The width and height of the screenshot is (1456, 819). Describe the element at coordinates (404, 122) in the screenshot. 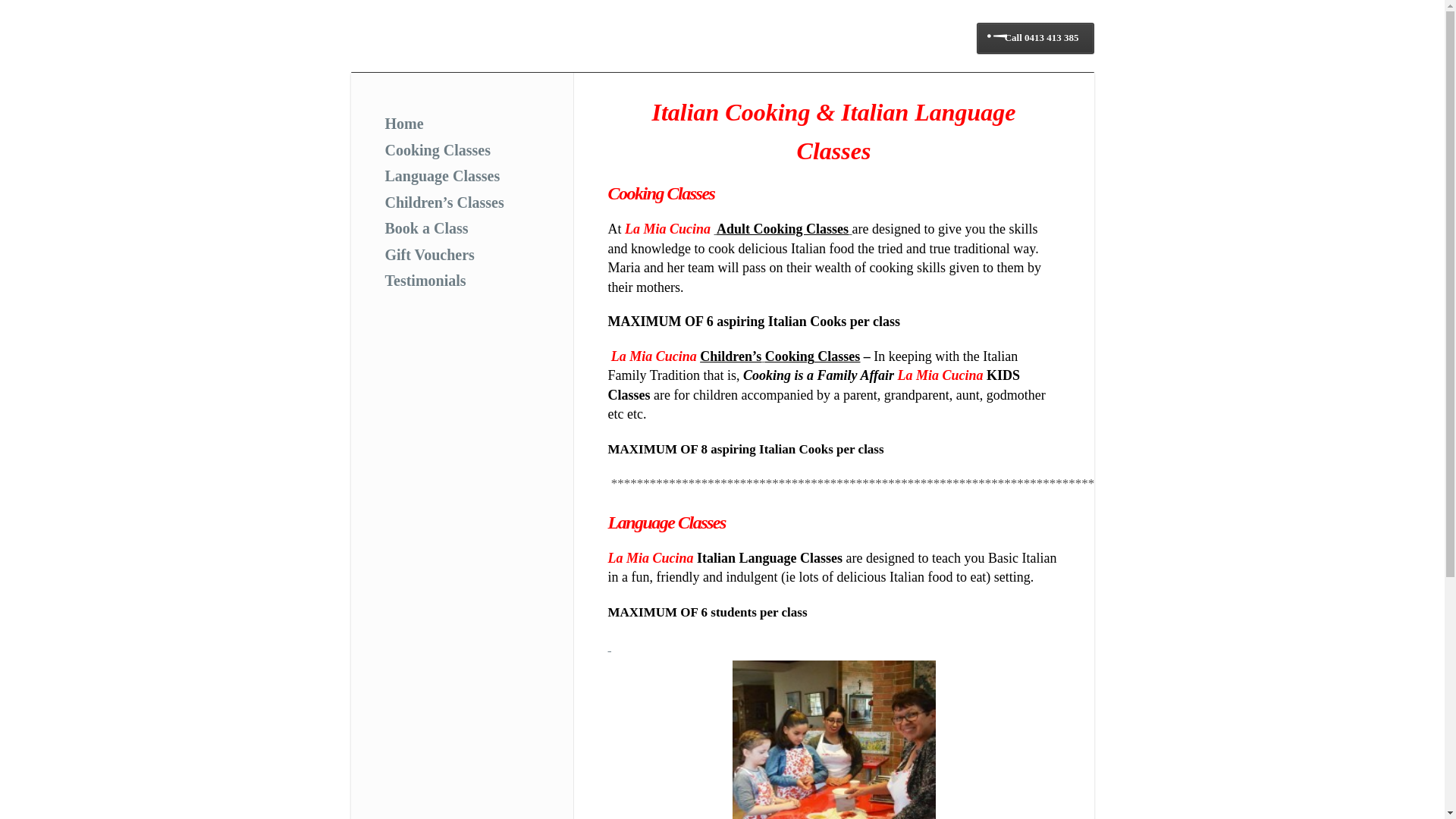

I see `'Home'` at that location.